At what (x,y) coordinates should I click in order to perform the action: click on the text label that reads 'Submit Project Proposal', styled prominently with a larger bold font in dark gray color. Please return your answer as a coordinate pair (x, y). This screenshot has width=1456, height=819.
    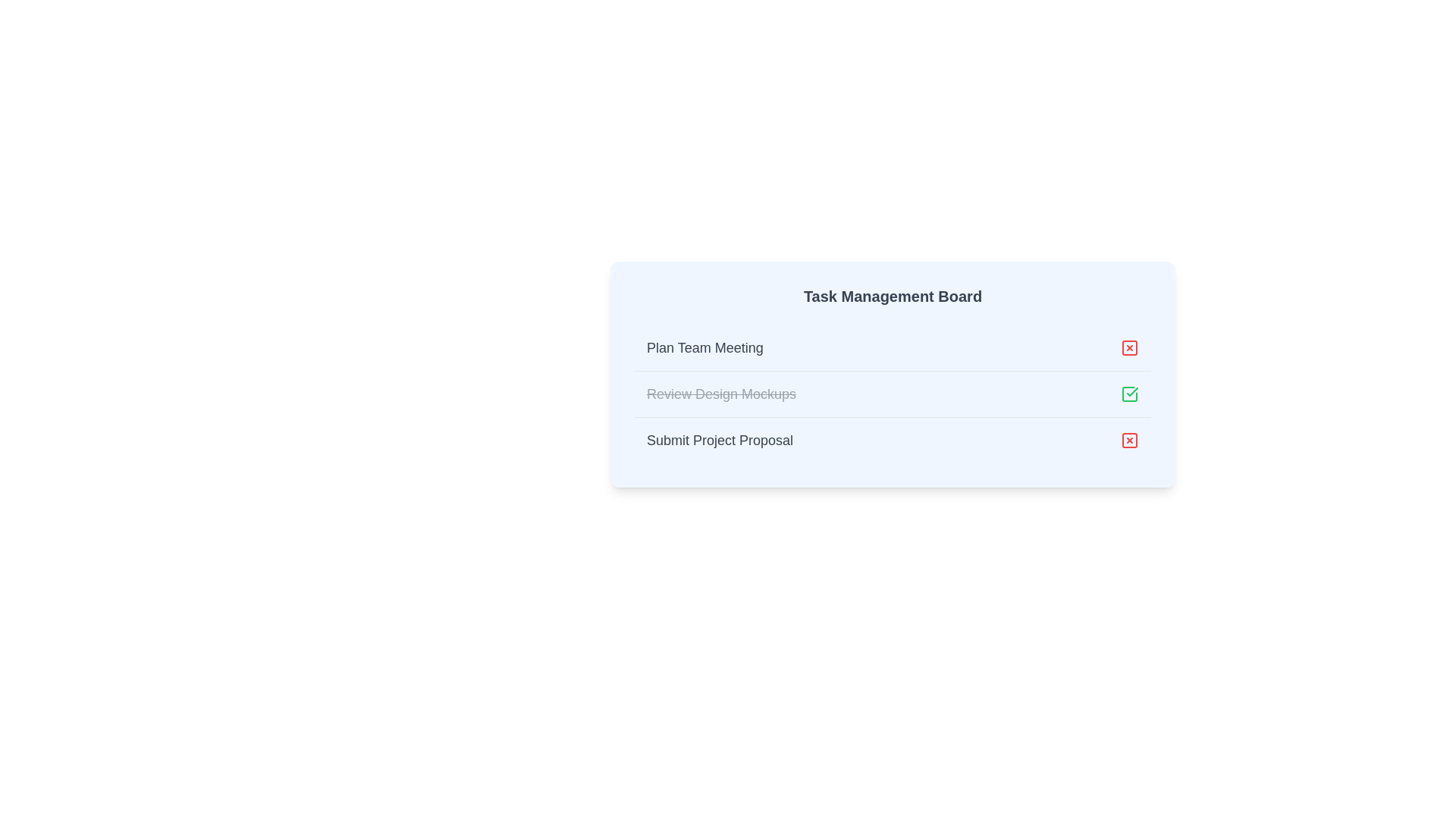
    Looking at the image, I should click on (719, 441).